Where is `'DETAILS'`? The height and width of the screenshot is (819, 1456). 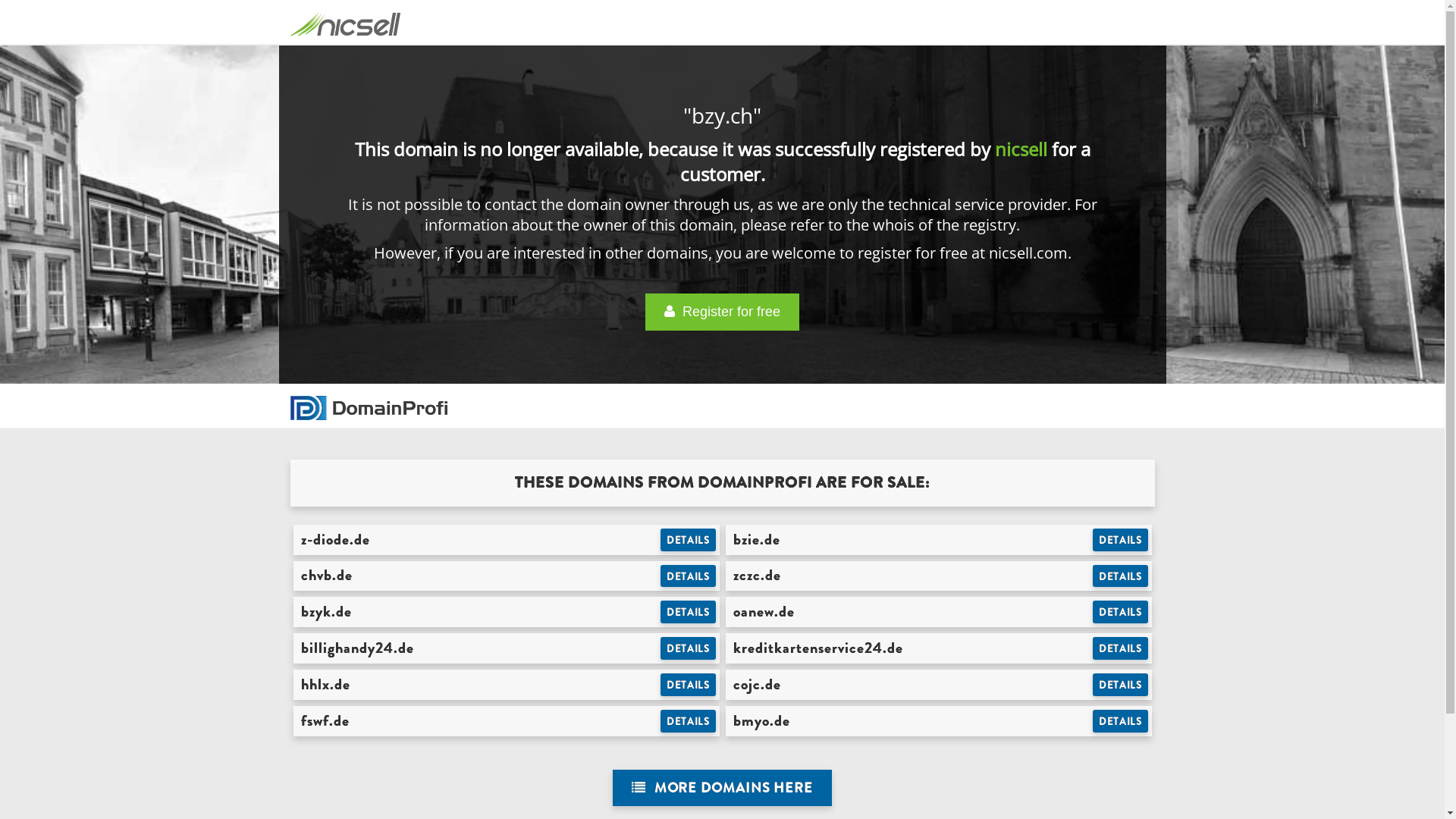 'DETAILS' is located at coordinates (1120, 684).